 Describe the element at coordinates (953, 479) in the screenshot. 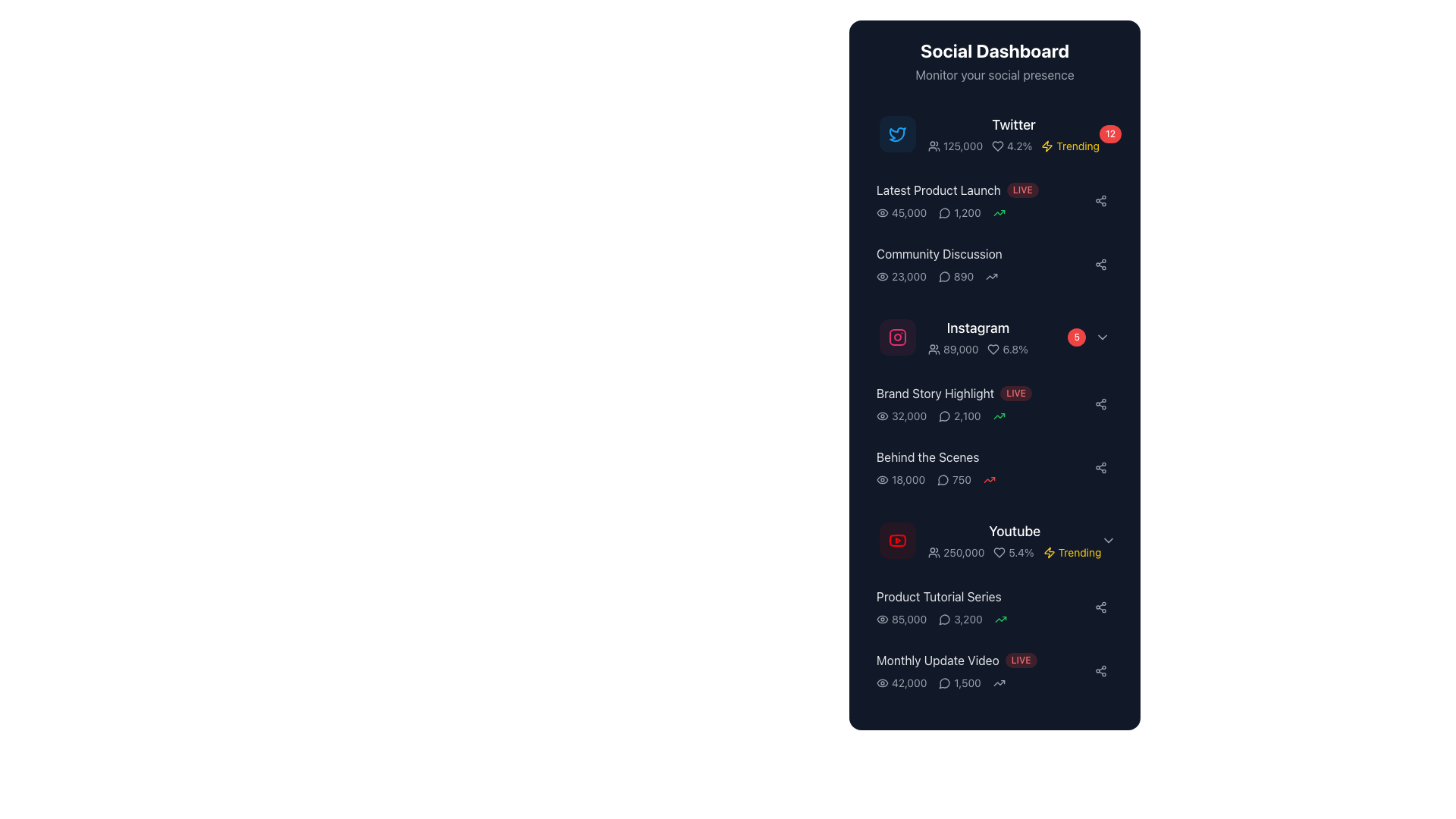

I see `the static label displaying the numeric text '750'` at that location.